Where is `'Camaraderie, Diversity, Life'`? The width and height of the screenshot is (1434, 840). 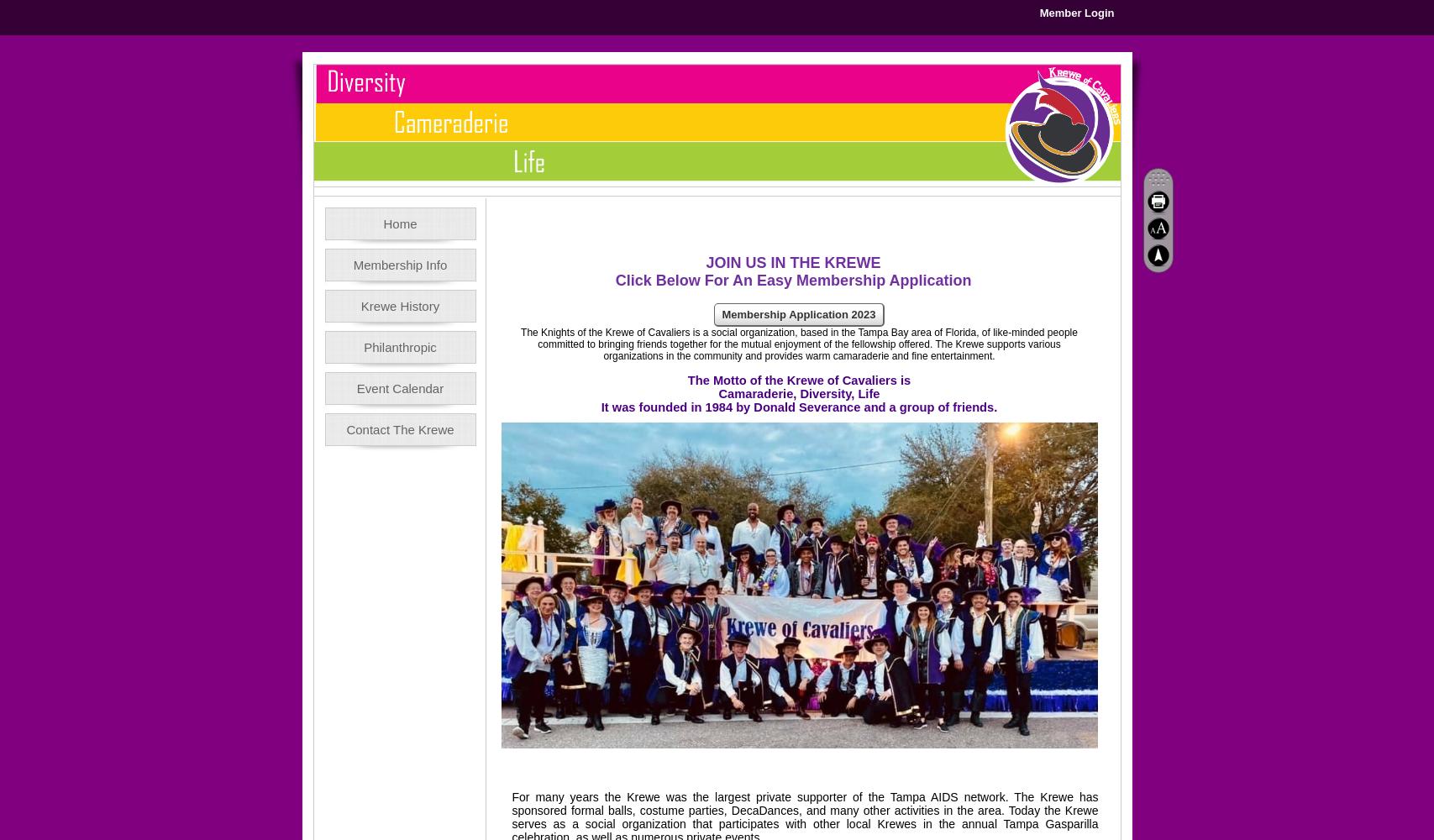 'Camaraderie, Diversity, Life' is located at coordinates (797, 393).